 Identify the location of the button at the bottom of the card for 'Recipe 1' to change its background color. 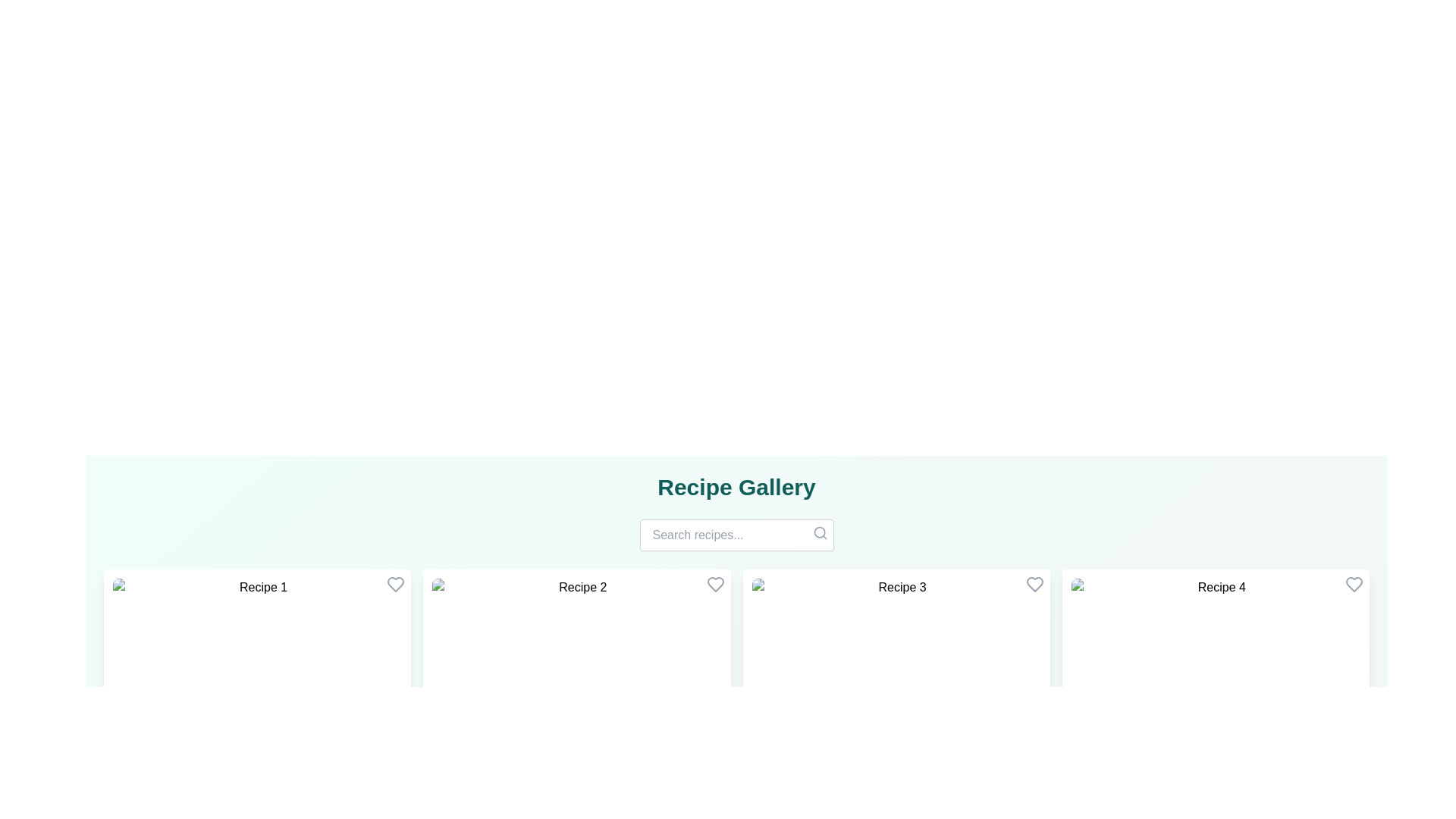
(257, 781).